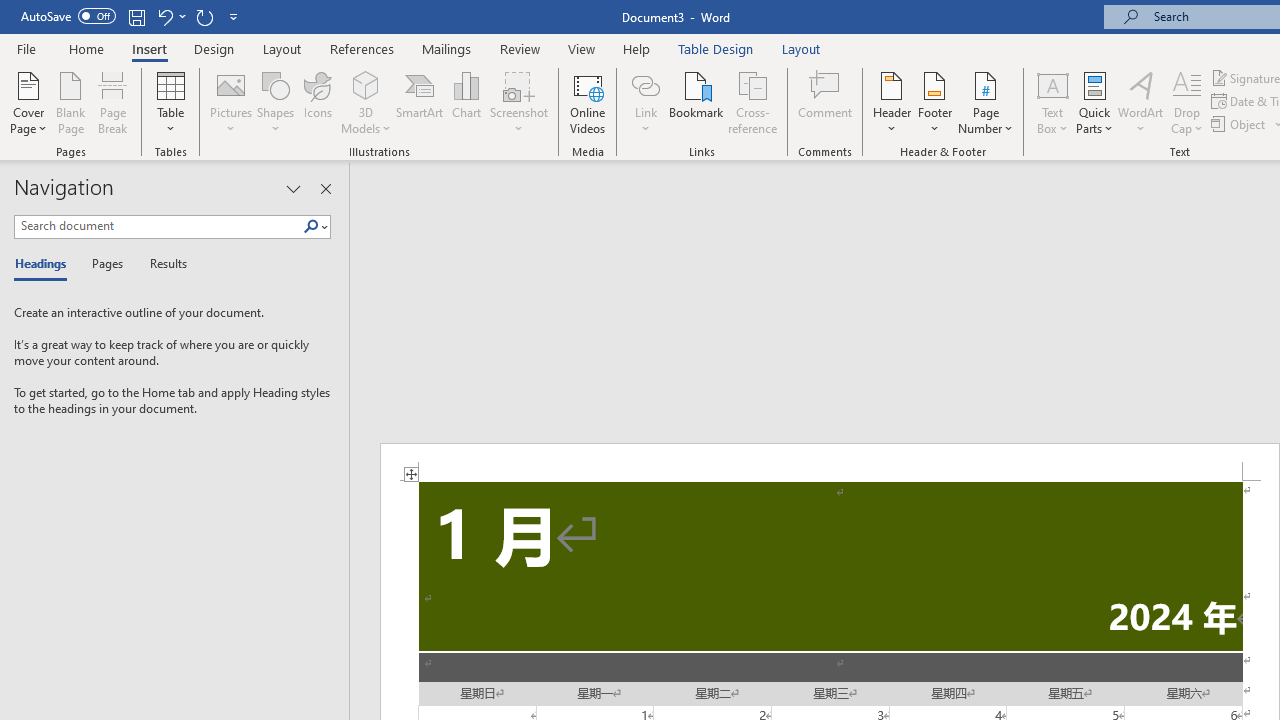  Describe the element at coordinates (716, 48) in the screenshot. I see `'Table Design'` at that location.